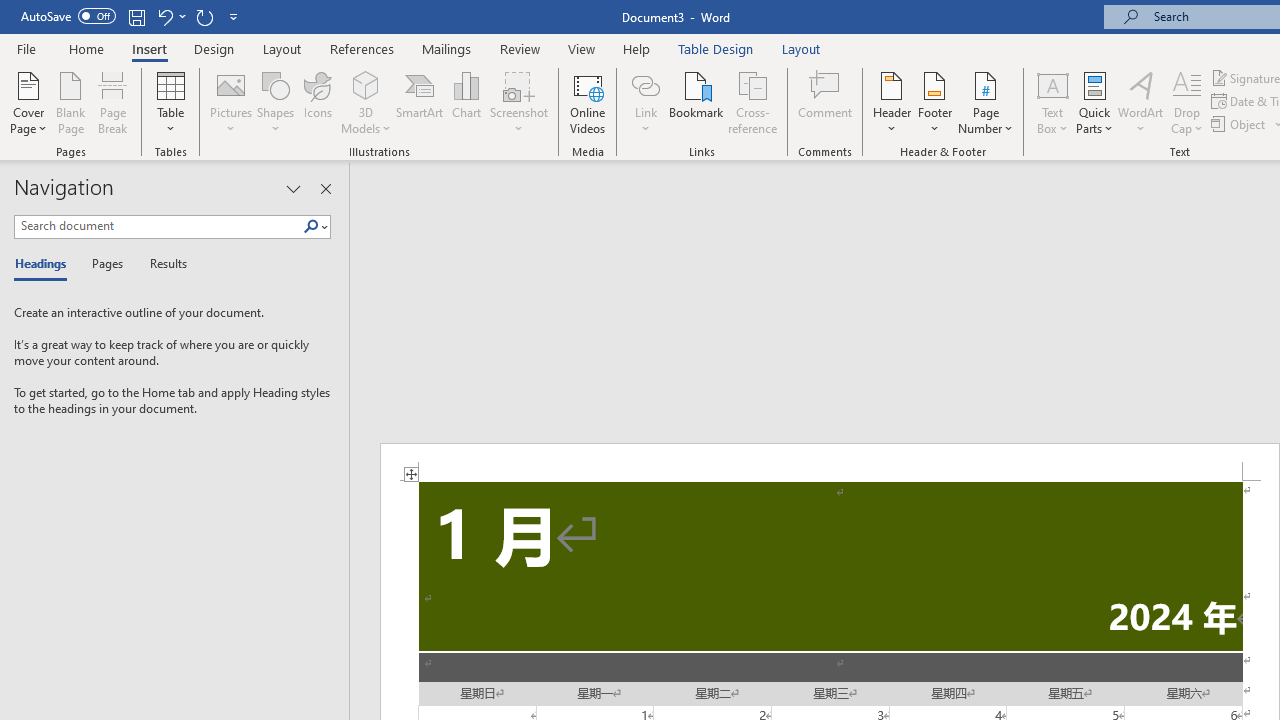  Describe the element at coordinates (716, 48) in the screenshot. I see `'Table Design'` at that location.